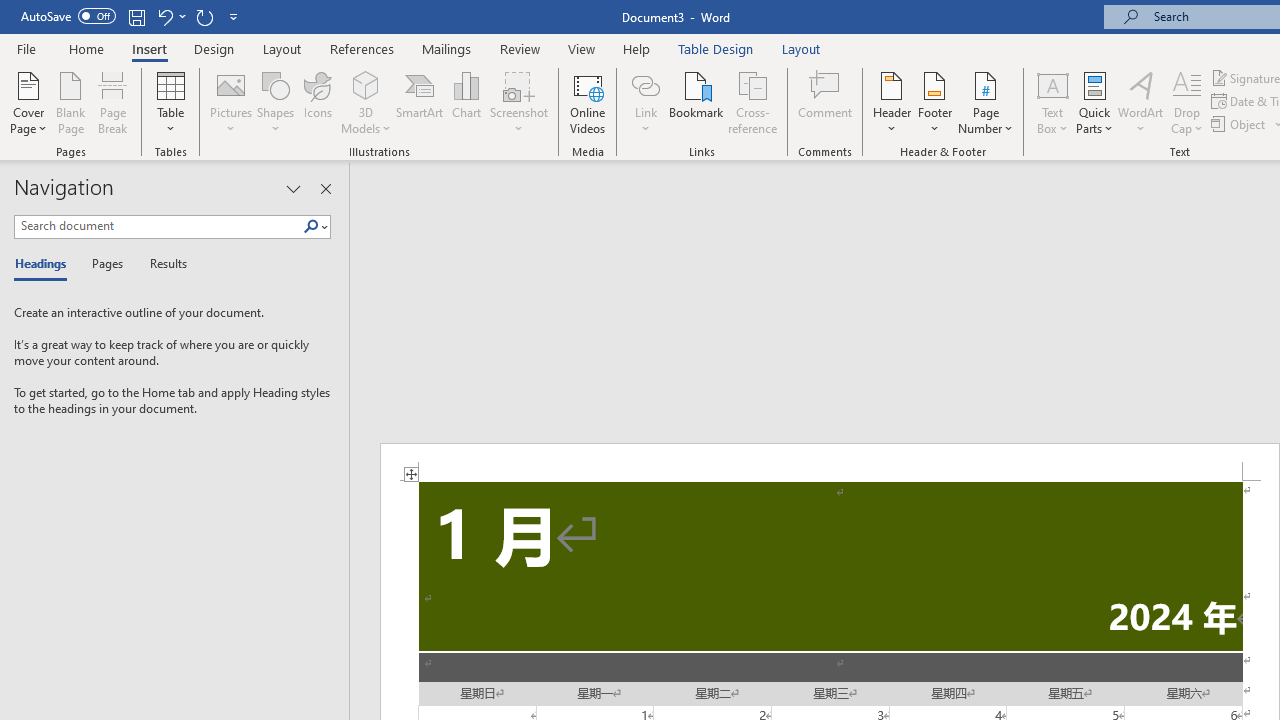  Describe the element at coordinates (716, 48) in the screenshot. I see `'Table Design'` at that location.